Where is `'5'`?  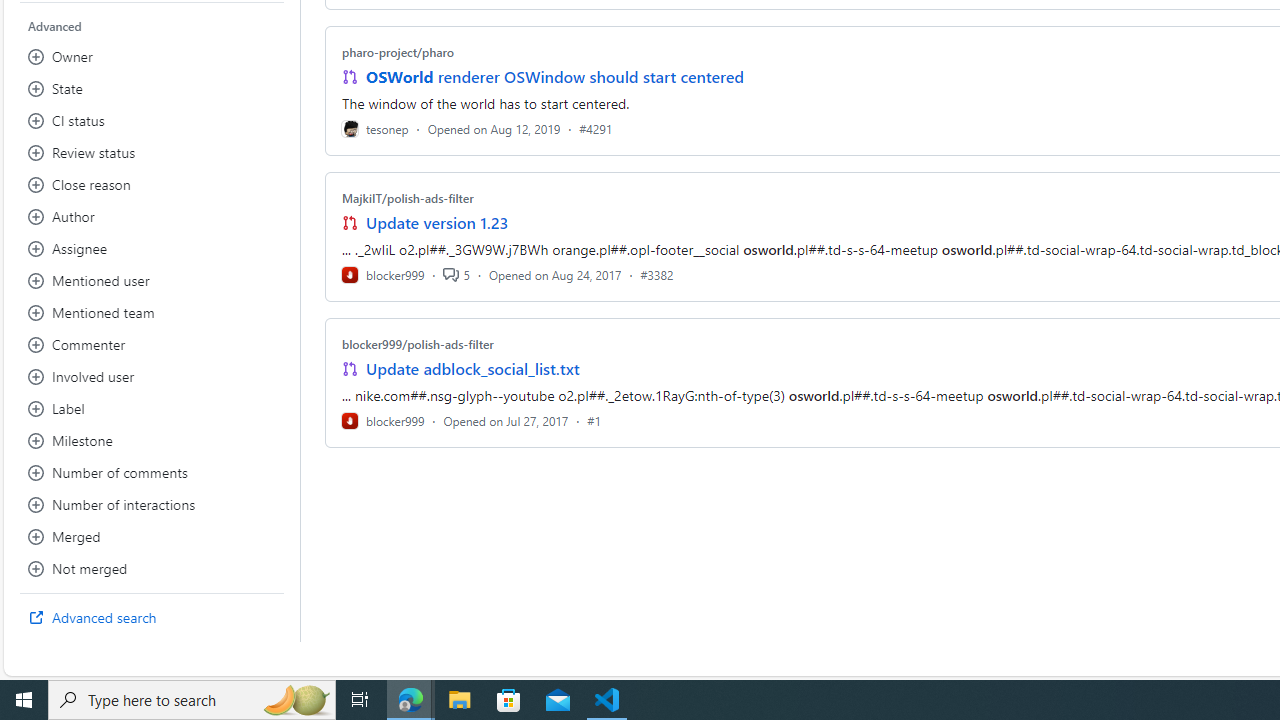
'5' is located at coordinates (455, 274).